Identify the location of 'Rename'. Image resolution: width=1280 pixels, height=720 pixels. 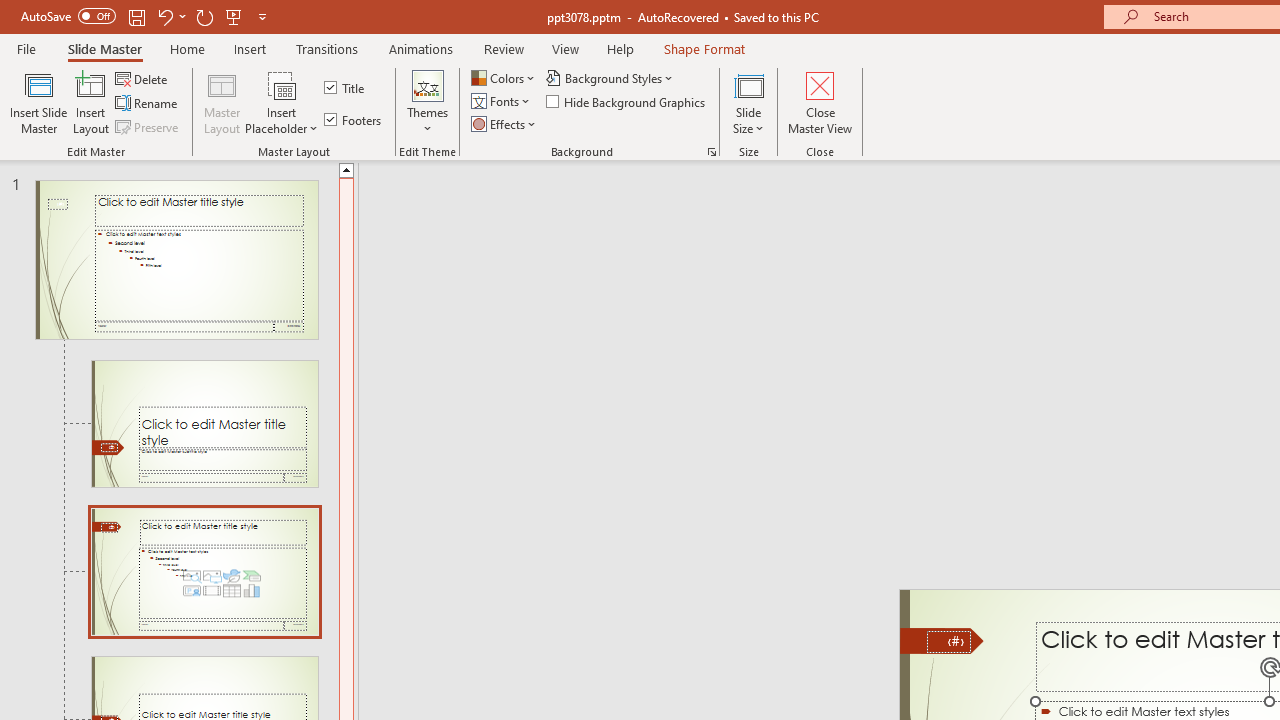
(147, 103).